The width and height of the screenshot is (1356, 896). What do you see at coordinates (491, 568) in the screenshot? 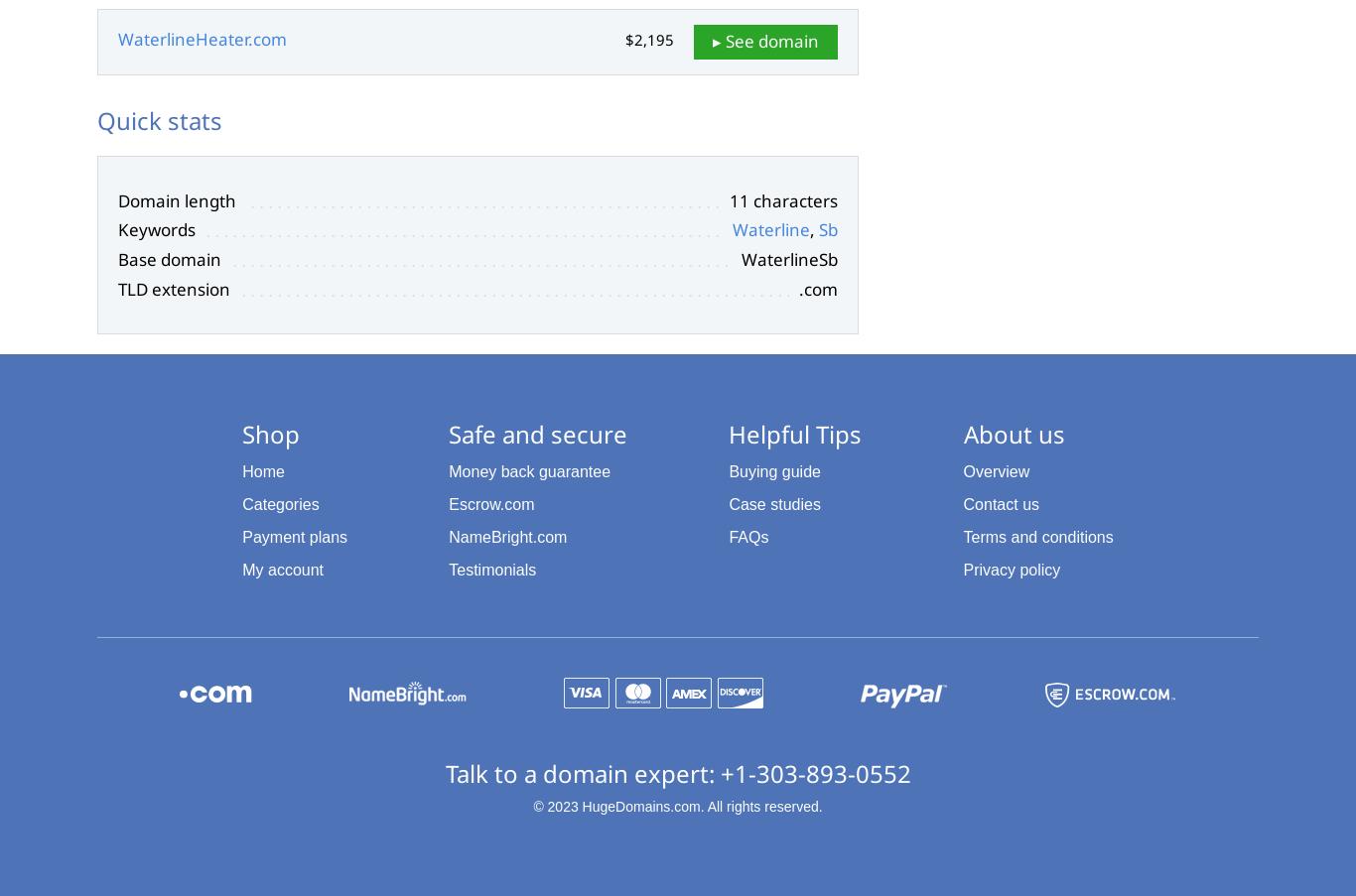
I see `'Testimonials'` at bounding box center [491, 568].